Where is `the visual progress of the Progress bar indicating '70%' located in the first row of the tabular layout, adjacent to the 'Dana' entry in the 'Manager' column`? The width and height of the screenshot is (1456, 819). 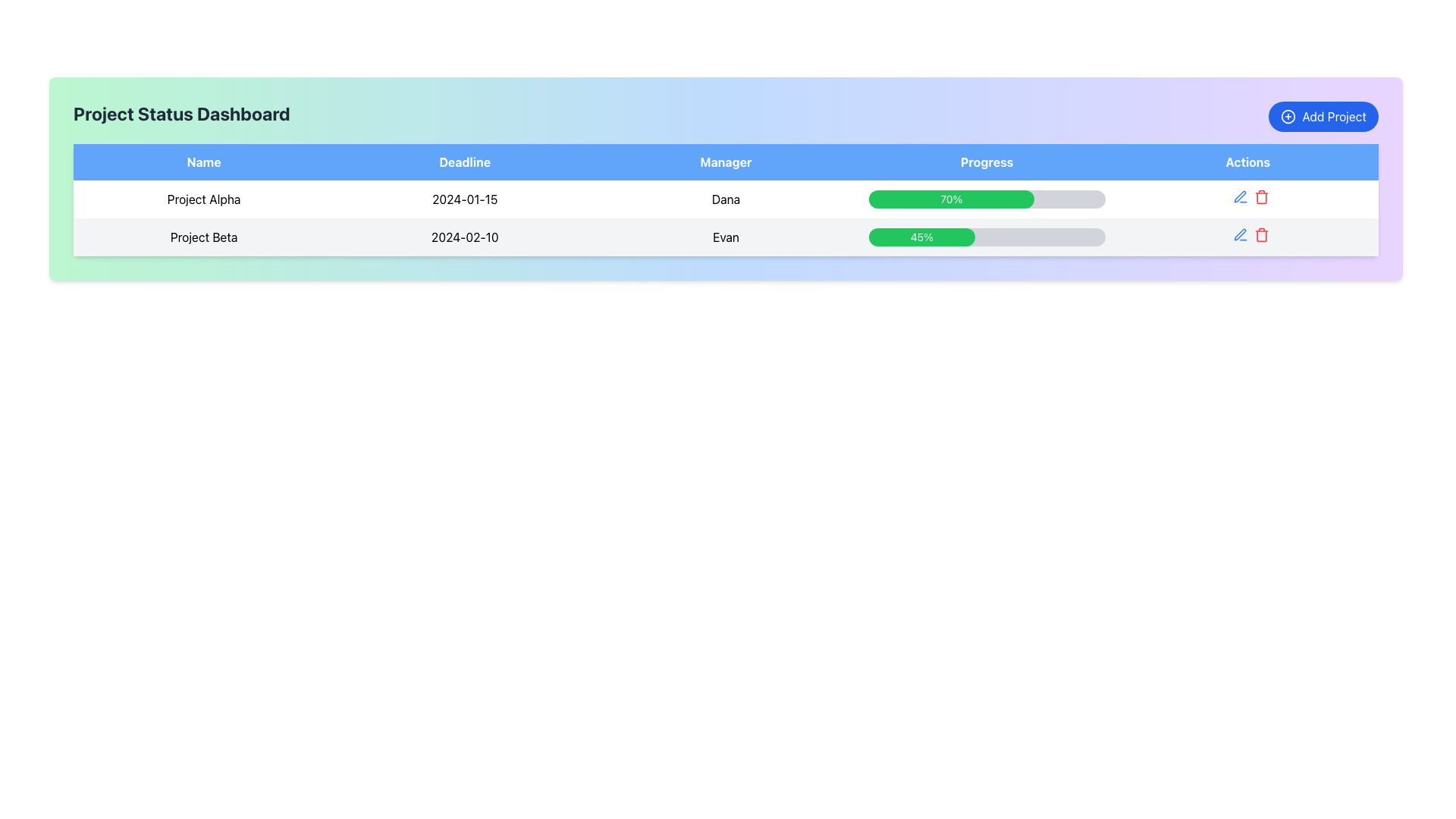 the visual progress of the Progress bar indicating '70%' located in the first row of the tabular layout, adjacent to the 'Dana' entry in the 'Manager' column is located at coordinates (987, 198).